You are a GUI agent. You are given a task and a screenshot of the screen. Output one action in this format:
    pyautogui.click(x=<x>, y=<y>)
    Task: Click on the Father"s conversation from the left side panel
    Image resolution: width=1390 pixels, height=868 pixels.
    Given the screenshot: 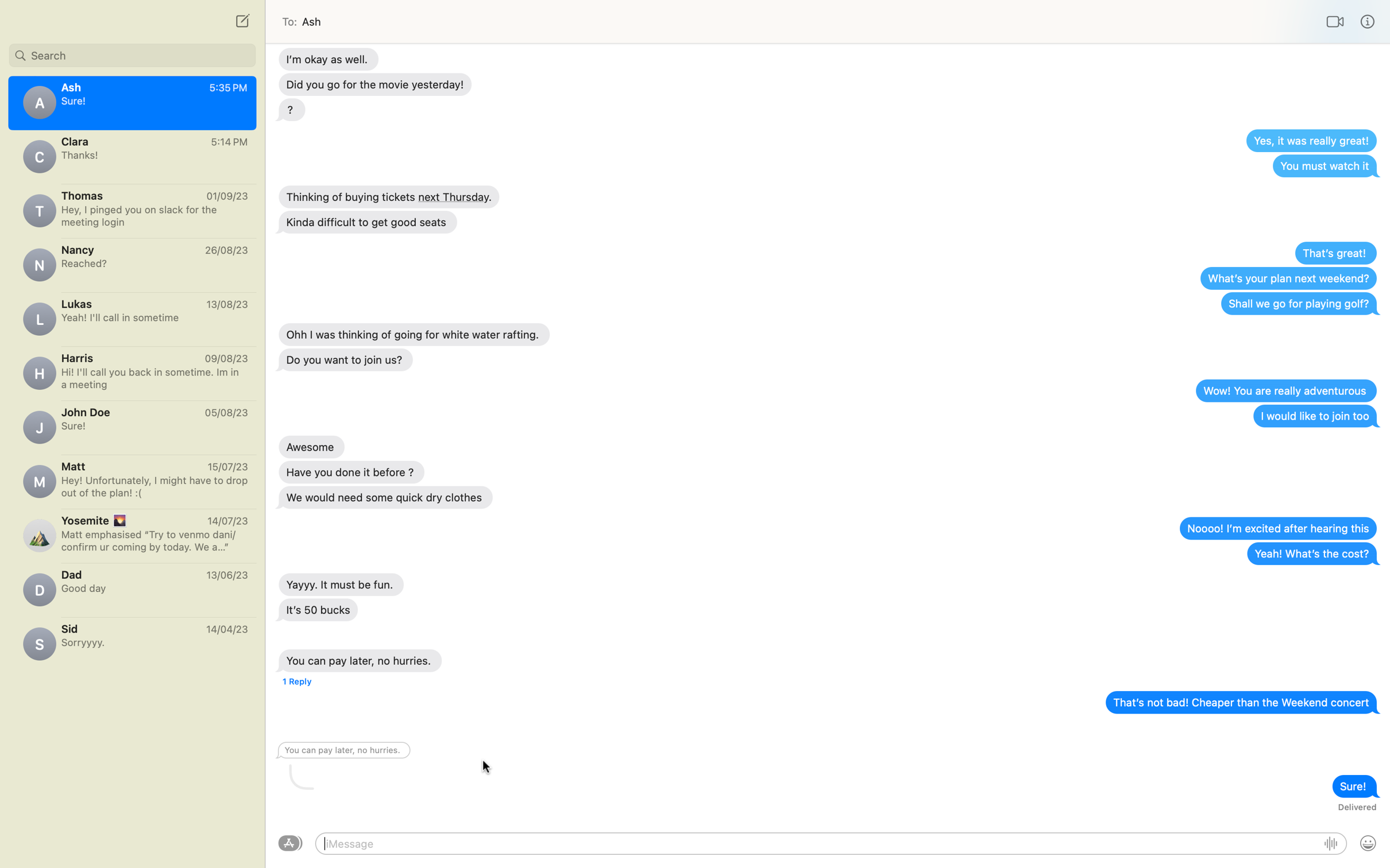 What is the action you would take?
    pyautogui.click(x=132, y=586)
    